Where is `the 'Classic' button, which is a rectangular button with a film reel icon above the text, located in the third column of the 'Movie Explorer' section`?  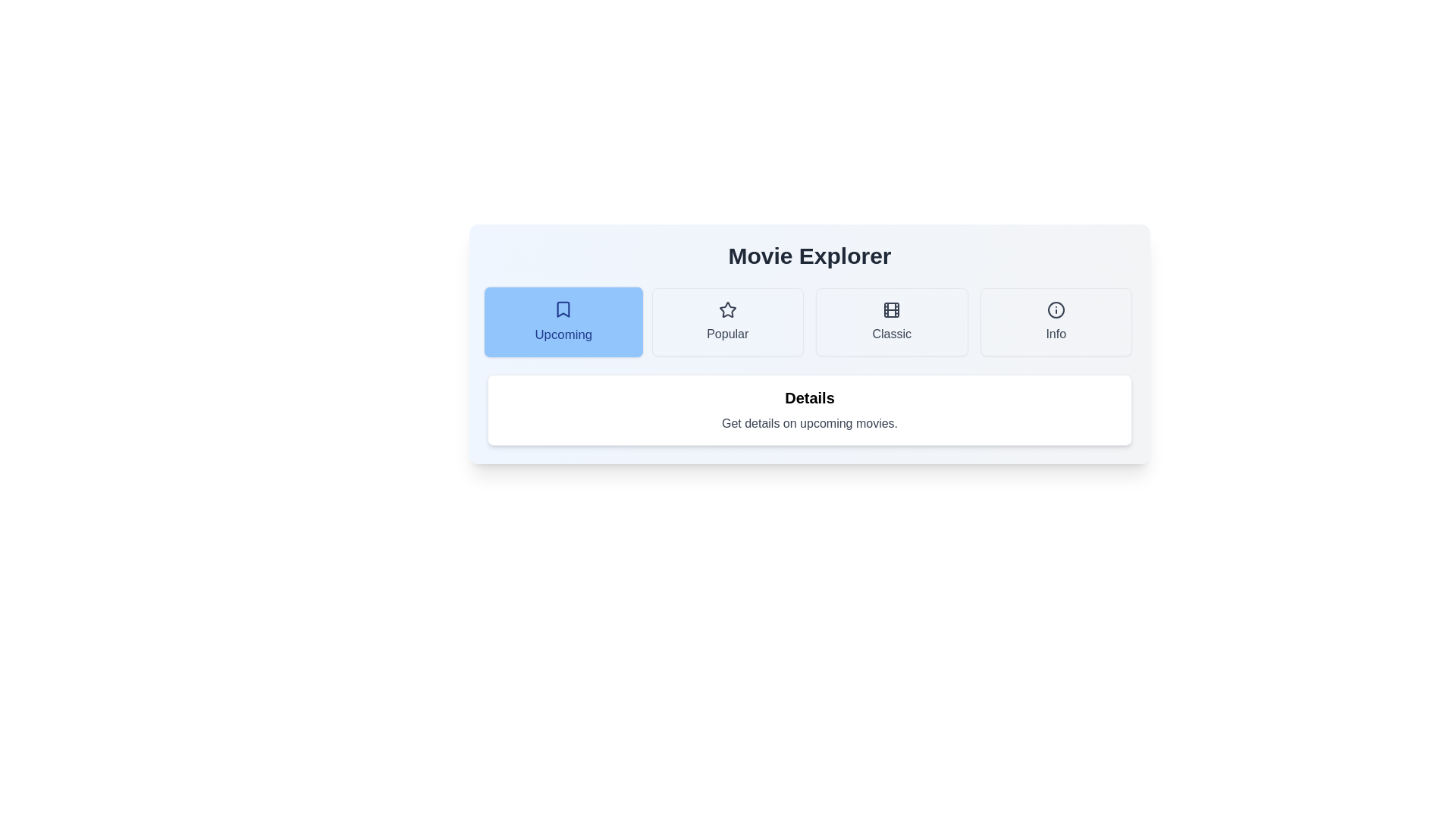 the 'Classic' button, which is a rectangular button with a film reel icon above the text, located in the third column of the 'Movie Explorer' section is located at coordinates (892, 321).